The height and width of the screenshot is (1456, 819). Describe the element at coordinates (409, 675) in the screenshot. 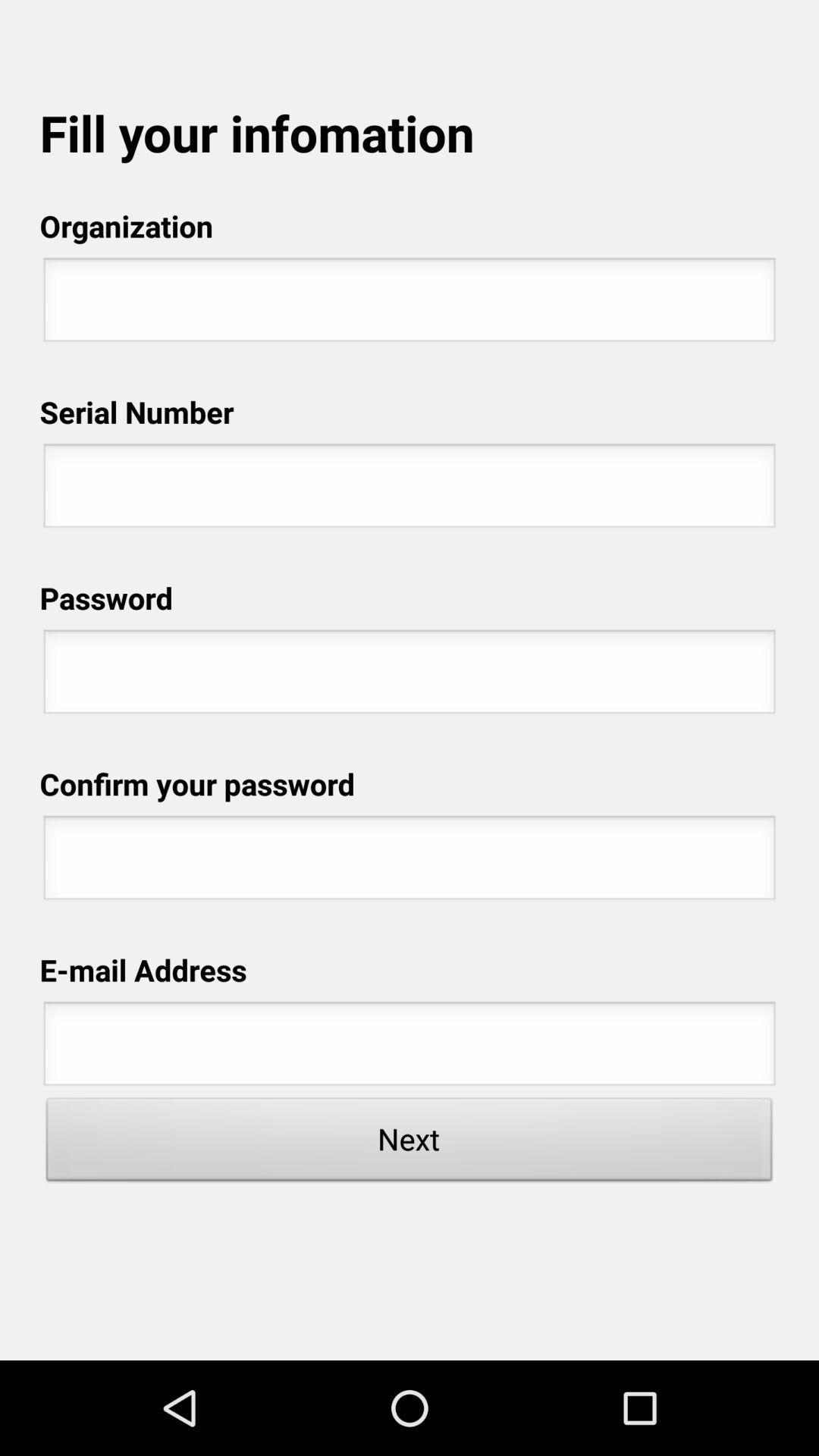

I see `input password` at that location.